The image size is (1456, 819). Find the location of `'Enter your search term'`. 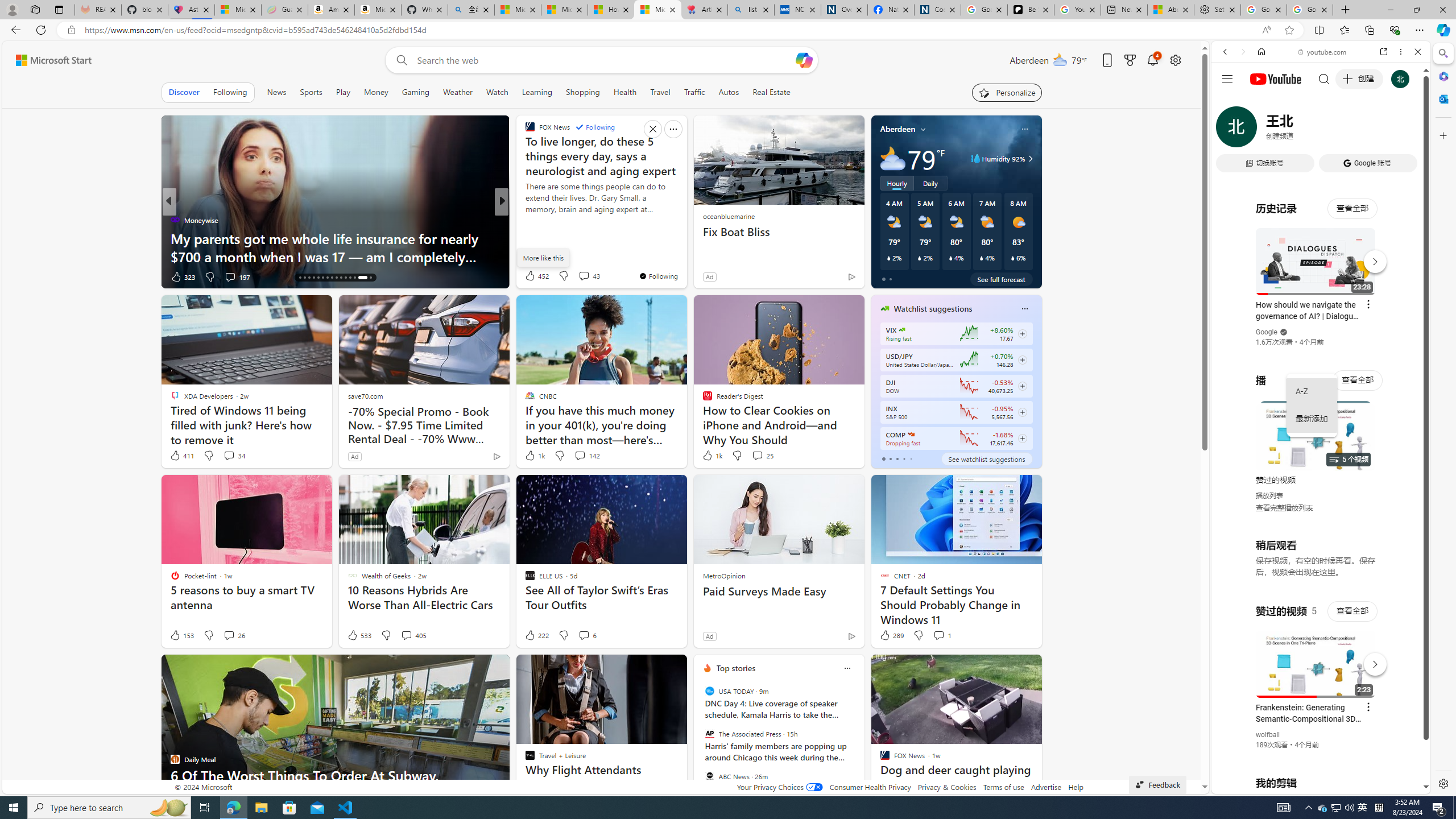

'Enter your search term' is located at coordinates (603, 59).